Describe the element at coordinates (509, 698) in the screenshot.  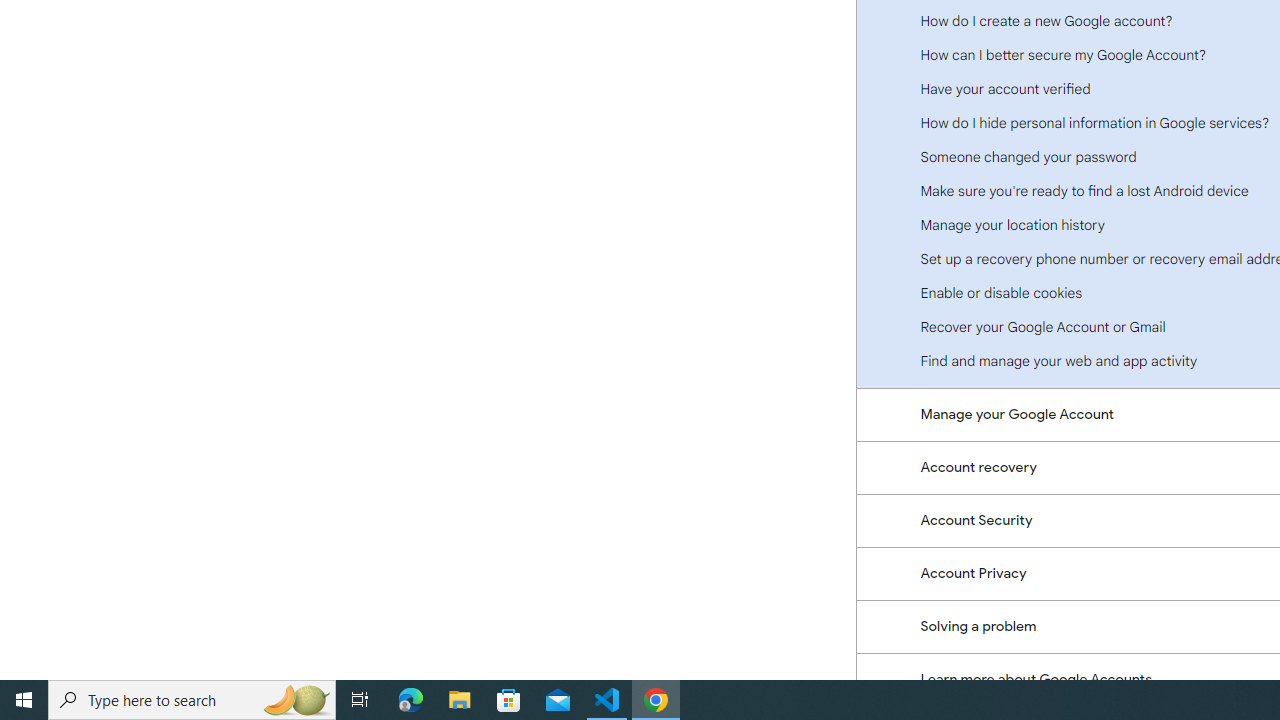
I see `'Microsoft Store'` at that location.